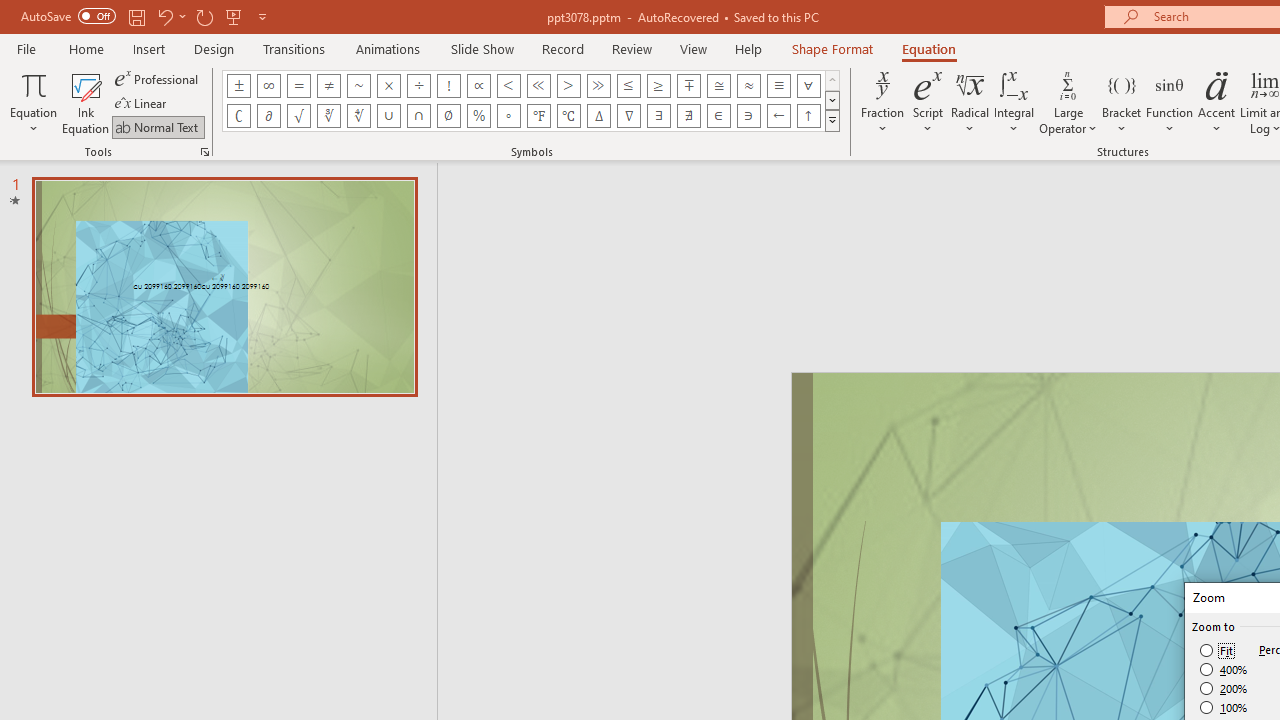 This screenshot has width=1280, height=720. I want to click on 'Equation Symbol Multiplication Sign', so click(389, 85).